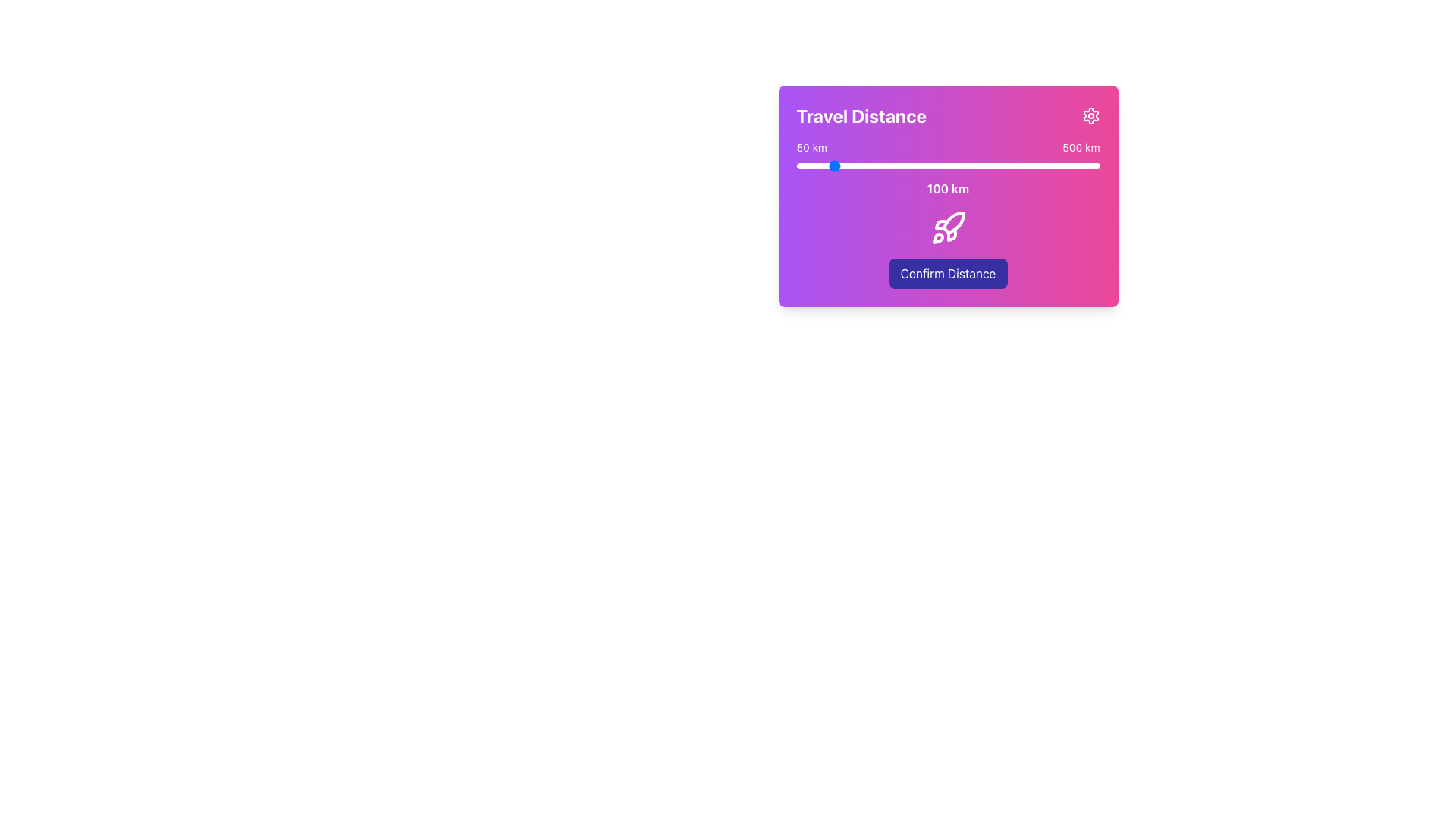 The image size is (1456, 819). Describe the element at coordinates (964, 166) in the screenshot. I see `the travel distance` at that location.